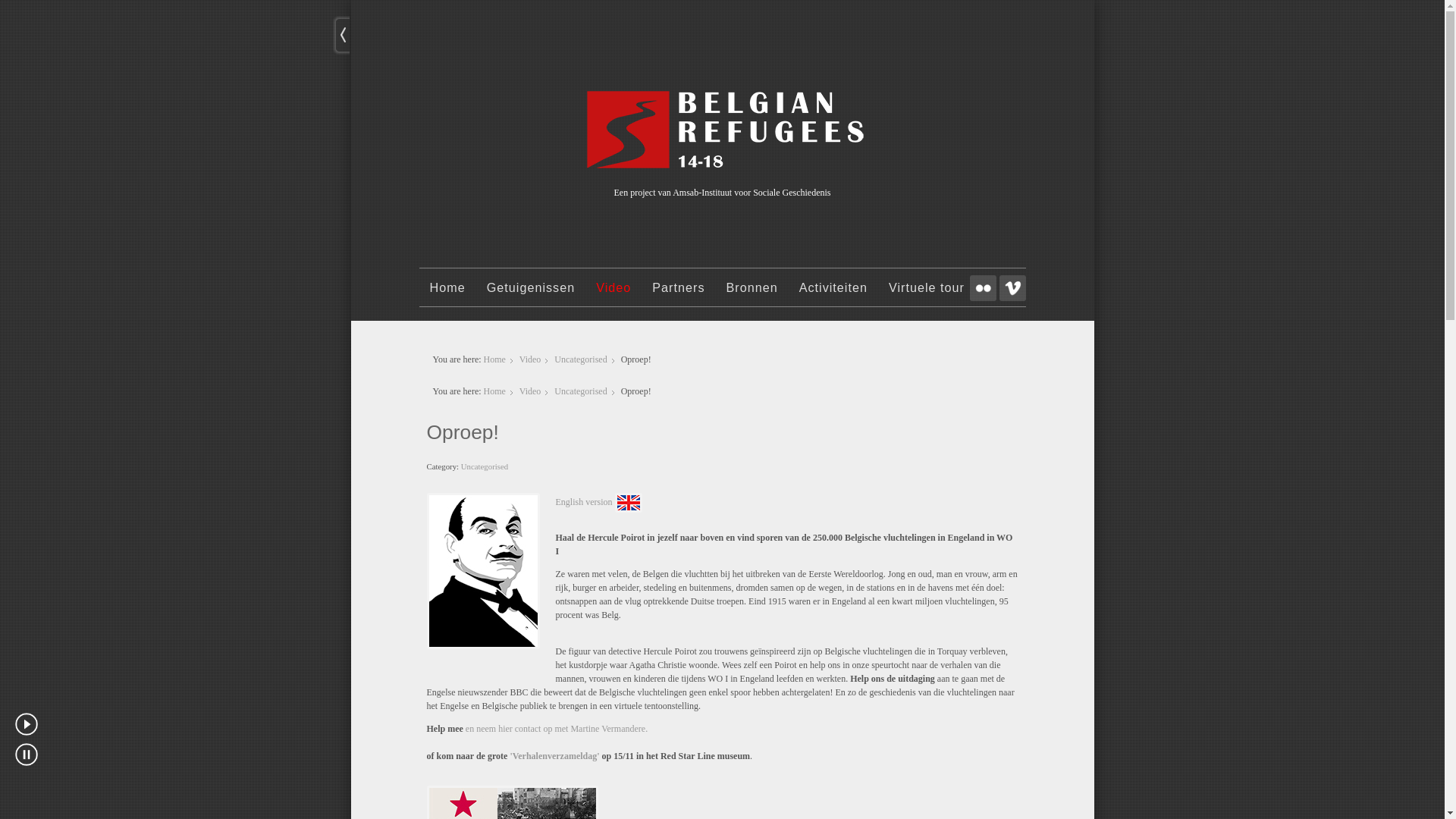 This screenshot has width=1456, height=819. What do you see at coordinates (968, 288) in the screenshot?
I see `'Flickr'` at bounding box center [968, 288].